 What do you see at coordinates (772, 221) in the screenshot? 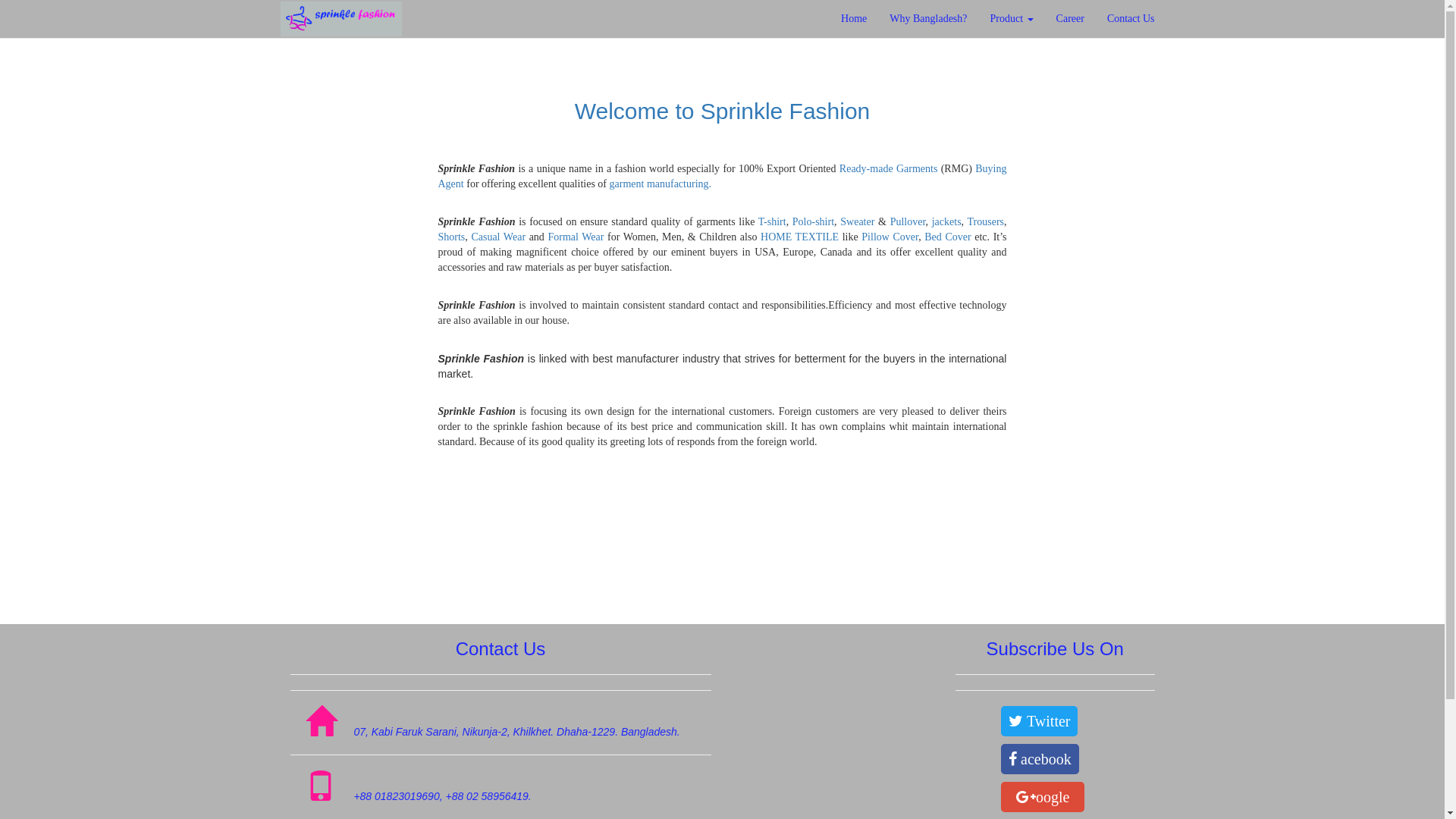
I see `'T-shirt'` at bounding box center [772, 221].